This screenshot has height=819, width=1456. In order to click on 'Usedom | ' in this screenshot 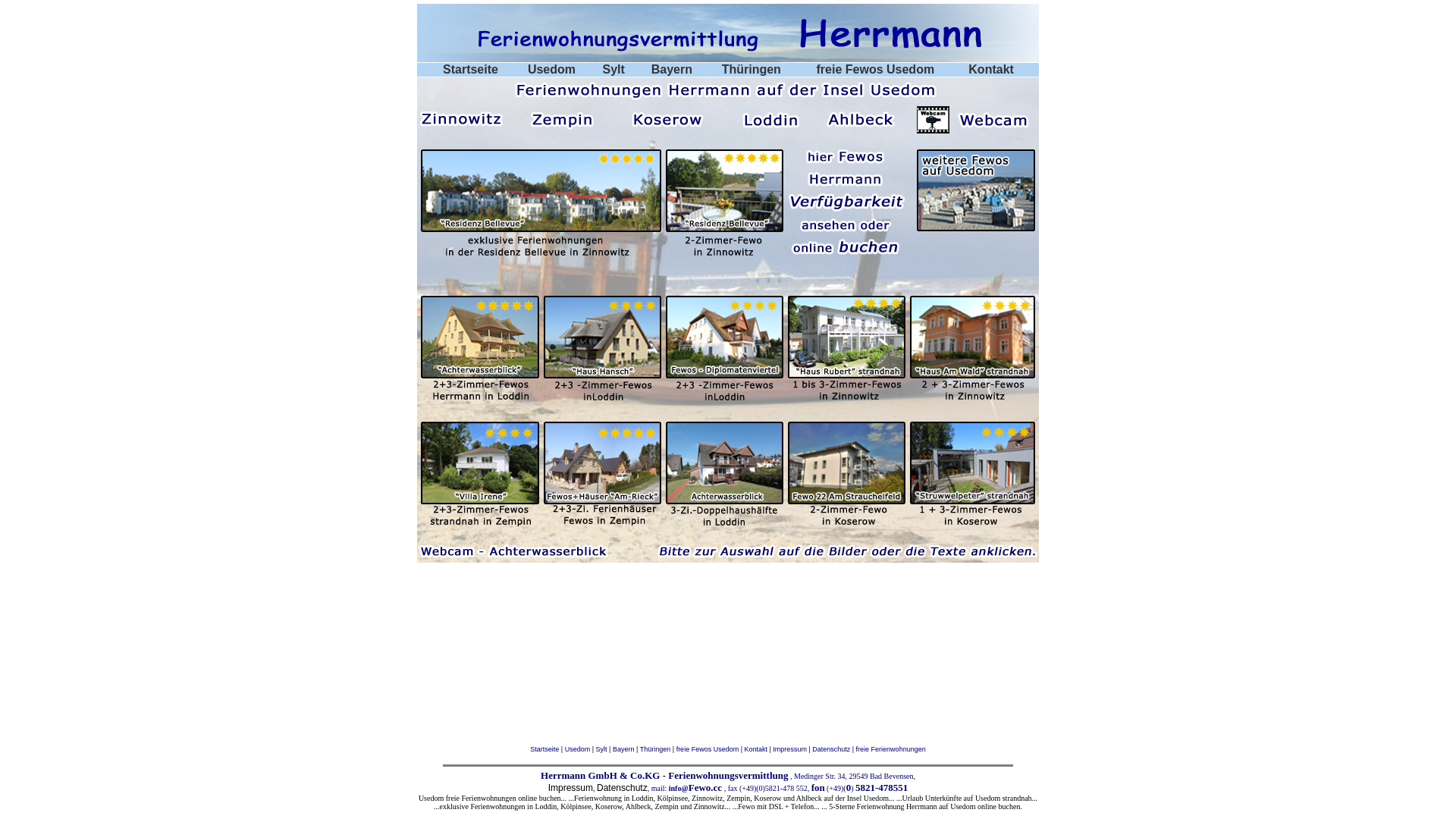, I will do `click(579, 748)`.